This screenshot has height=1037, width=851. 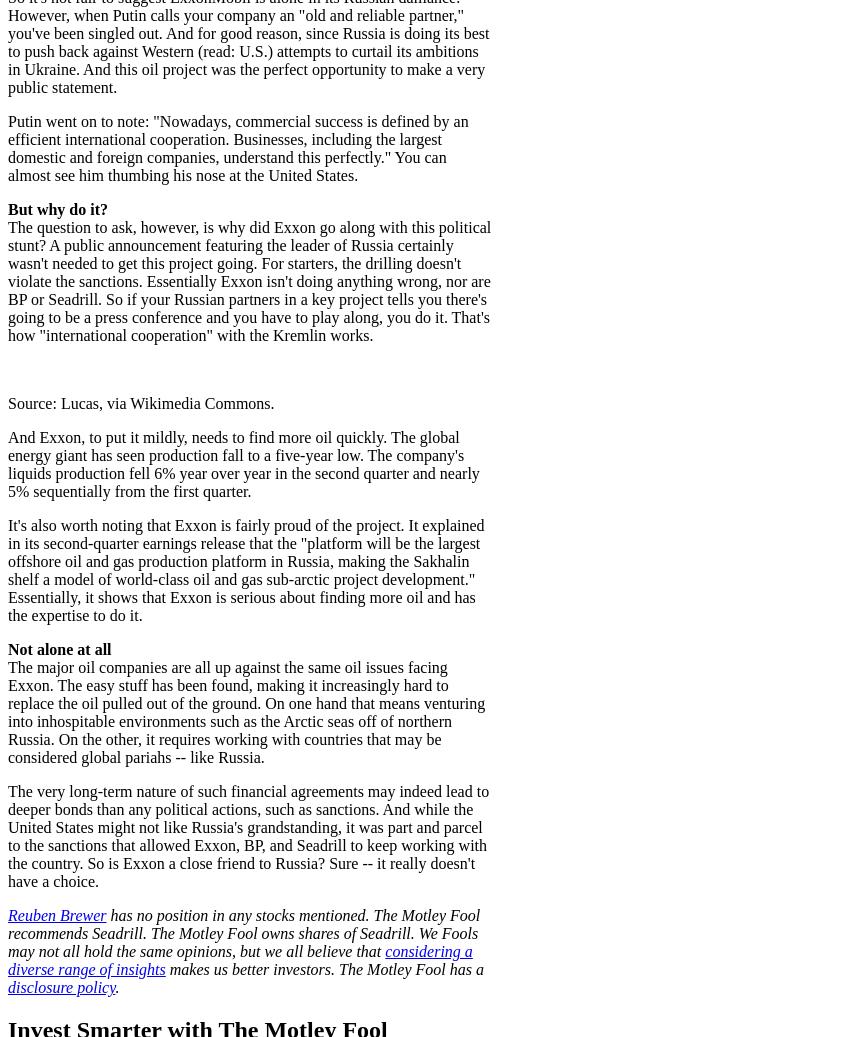 What do you see at coordinates (6, 914) in the screenshot?
I see `'Reuben Brewer'` at bounding box center [6, 914].